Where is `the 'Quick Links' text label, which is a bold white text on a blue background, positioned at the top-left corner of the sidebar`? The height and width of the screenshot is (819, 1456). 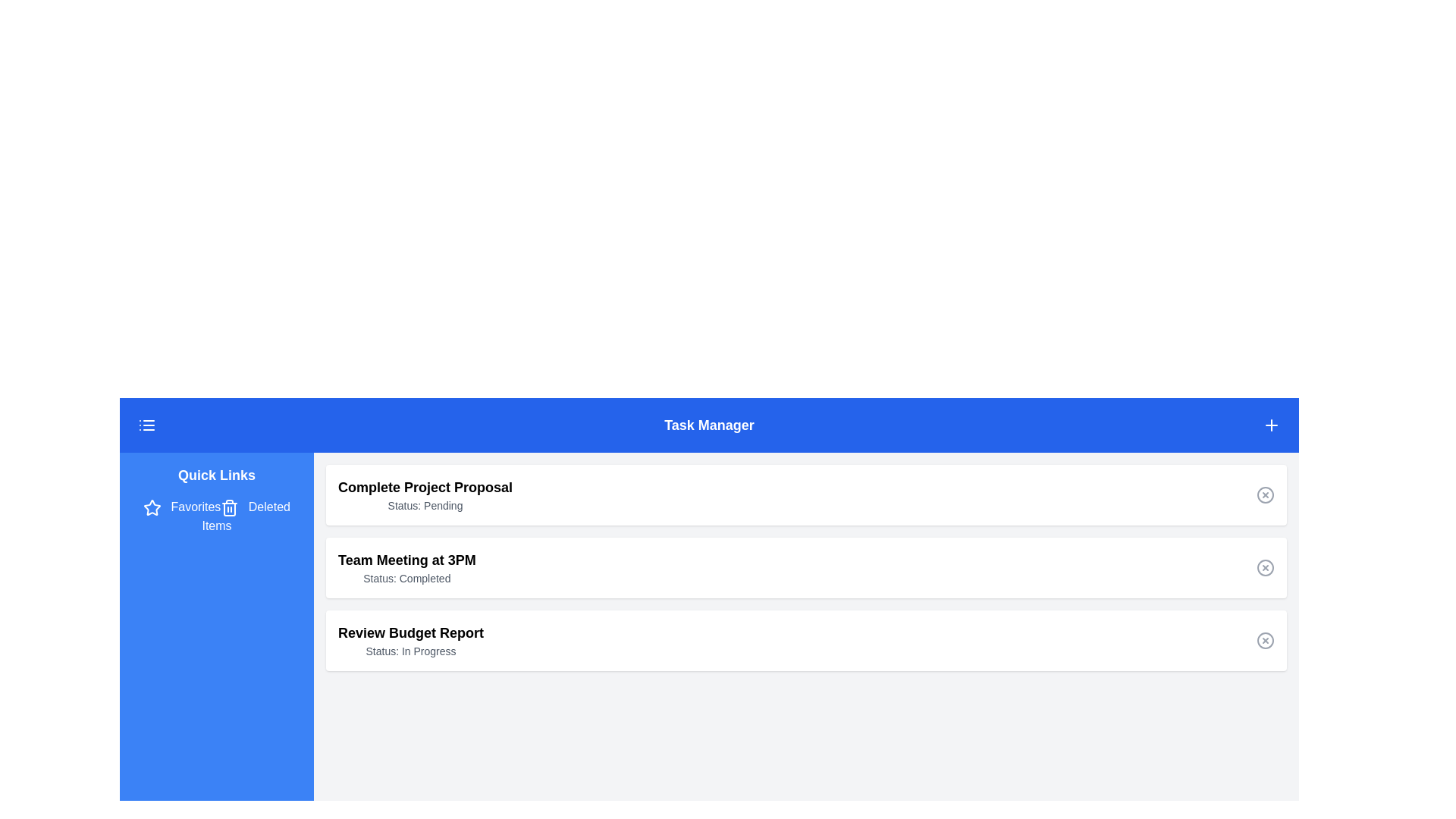 the 'Quick Links' text label, which is a bold white text on a blue background, positioned at the top-left corner of the sidebar is located at coordinates (216, 475).